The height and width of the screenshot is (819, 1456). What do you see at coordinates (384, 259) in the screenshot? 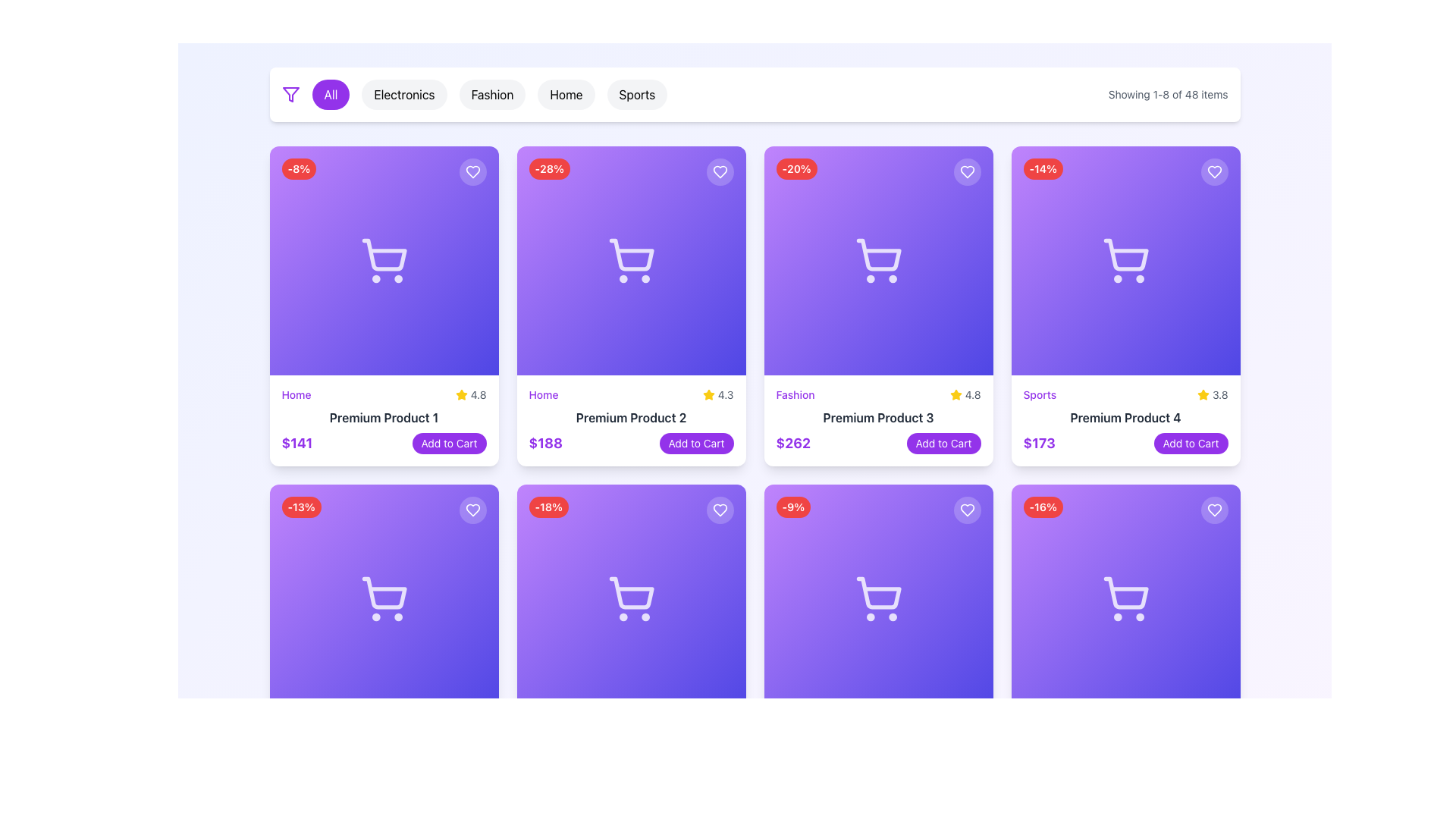
I see `the top-left product card element which is a visual placeholder for interactive actions in the shopping interface` at bounding box center [384, 259].